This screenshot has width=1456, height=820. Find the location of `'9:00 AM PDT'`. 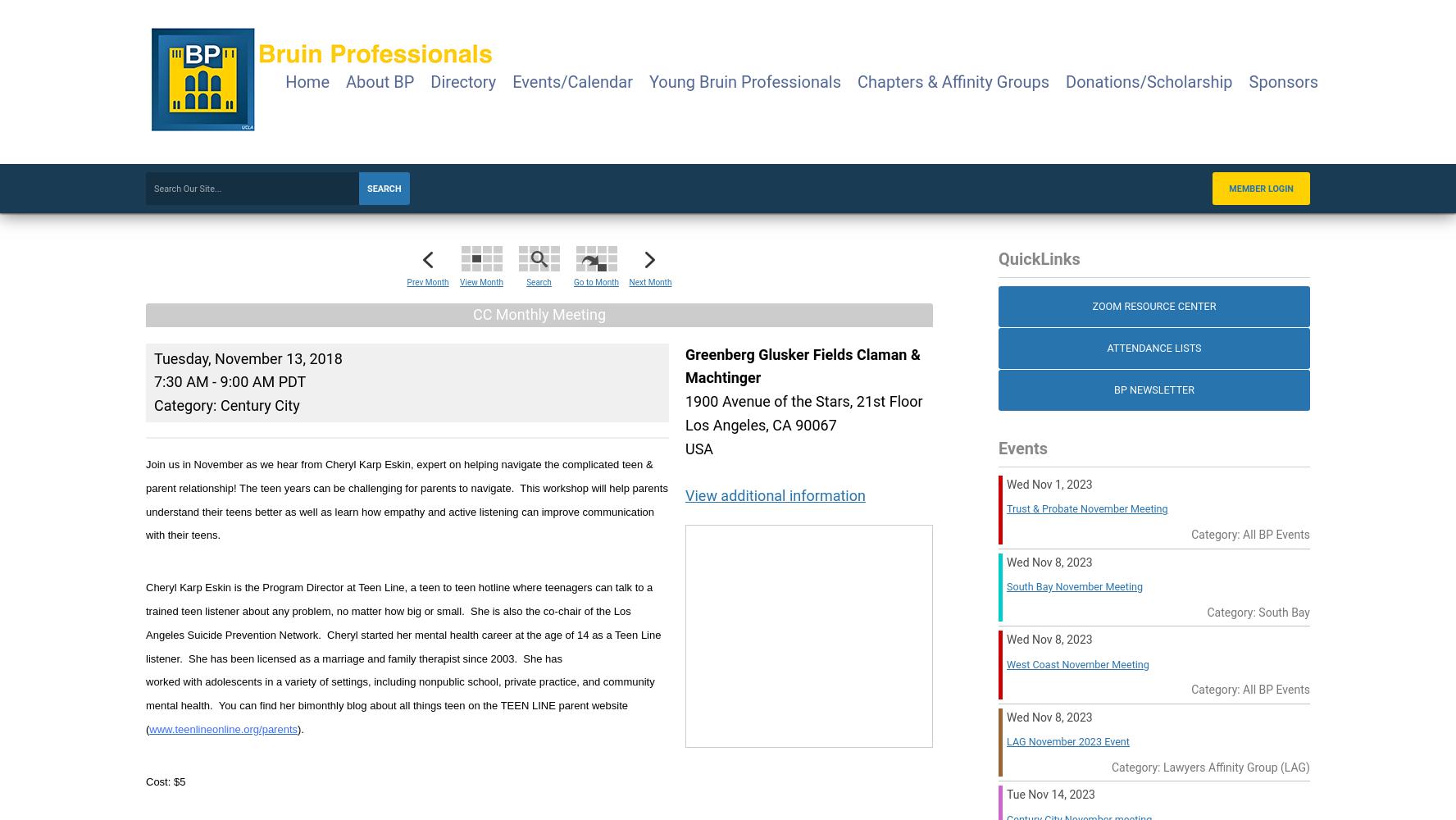

'9:00 AM PDT' is located at coordinates (262, 380).